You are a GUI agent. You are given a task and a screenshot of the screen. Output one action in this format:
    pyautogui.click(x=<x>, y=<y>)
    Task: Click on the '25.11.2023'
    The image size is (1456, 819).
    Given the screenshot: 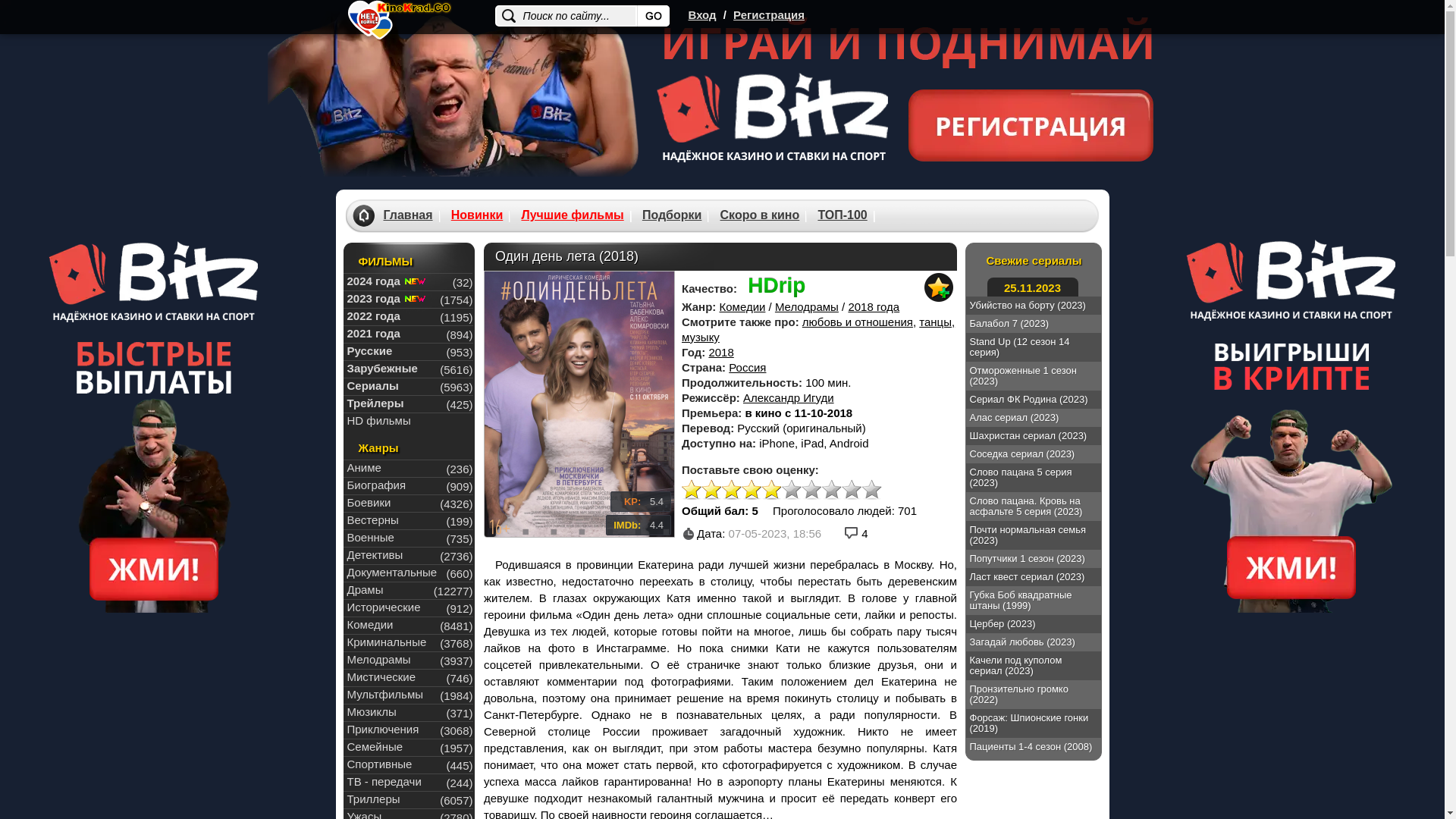 What is the action you would take?
    pyautogui.click(x=1032, y=287)
    